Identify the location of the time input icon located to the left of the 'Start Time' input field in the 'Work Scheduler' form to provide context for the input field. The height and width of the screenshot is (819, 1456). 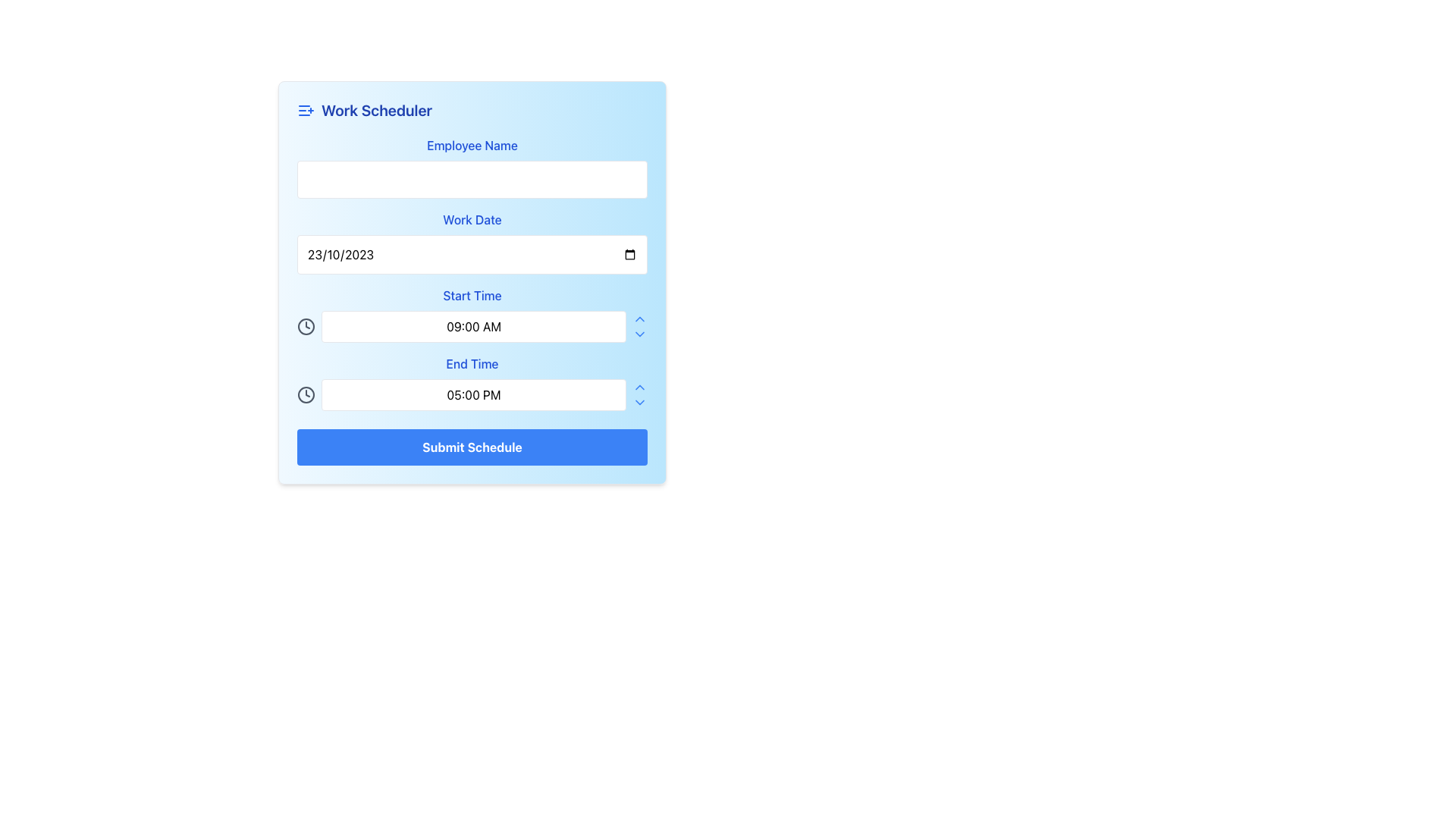
(305, 394).